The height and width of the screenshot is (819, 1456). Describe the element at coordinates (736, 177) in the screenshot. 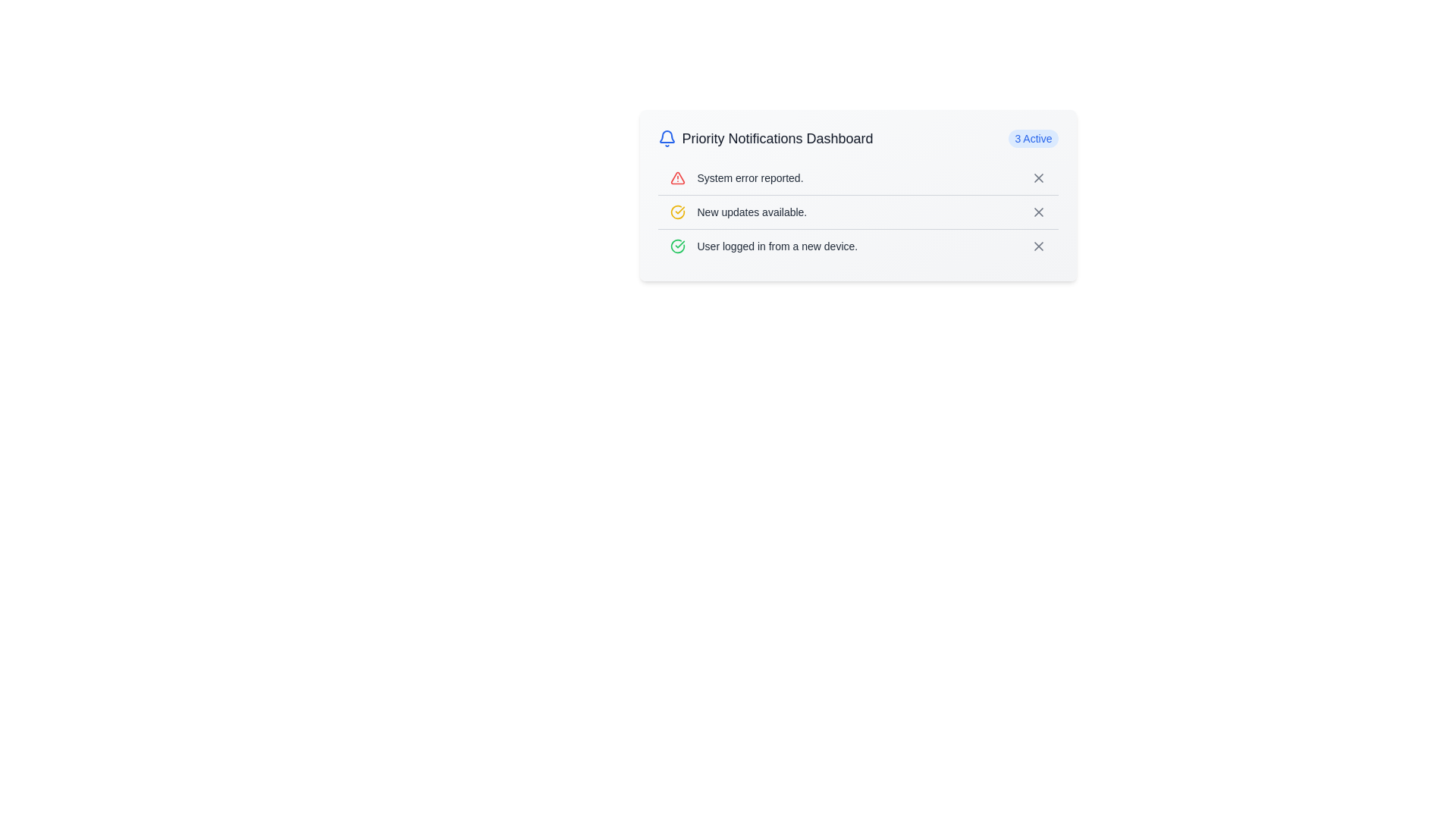

I see `the Notification item that alerts the user of a system error, which is the first item in the list under the 'Priority Notifications Dashboard'` at that location.